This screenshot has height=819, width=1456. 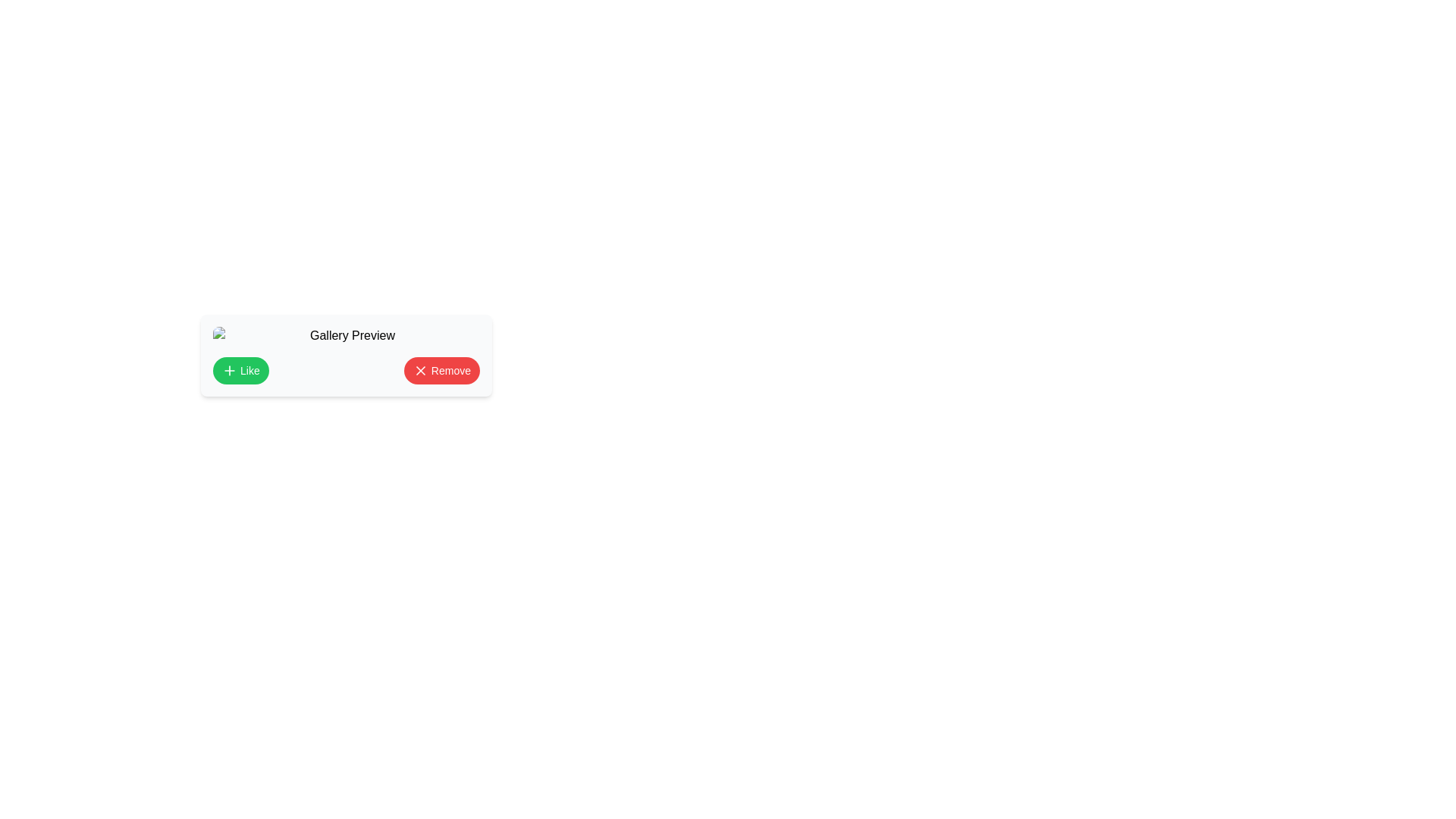 What do you see at coordinates (441, 371) in the screenshot?
I see `the red 'Remove' button with a white cross icon` at bounding box center [441, 371].